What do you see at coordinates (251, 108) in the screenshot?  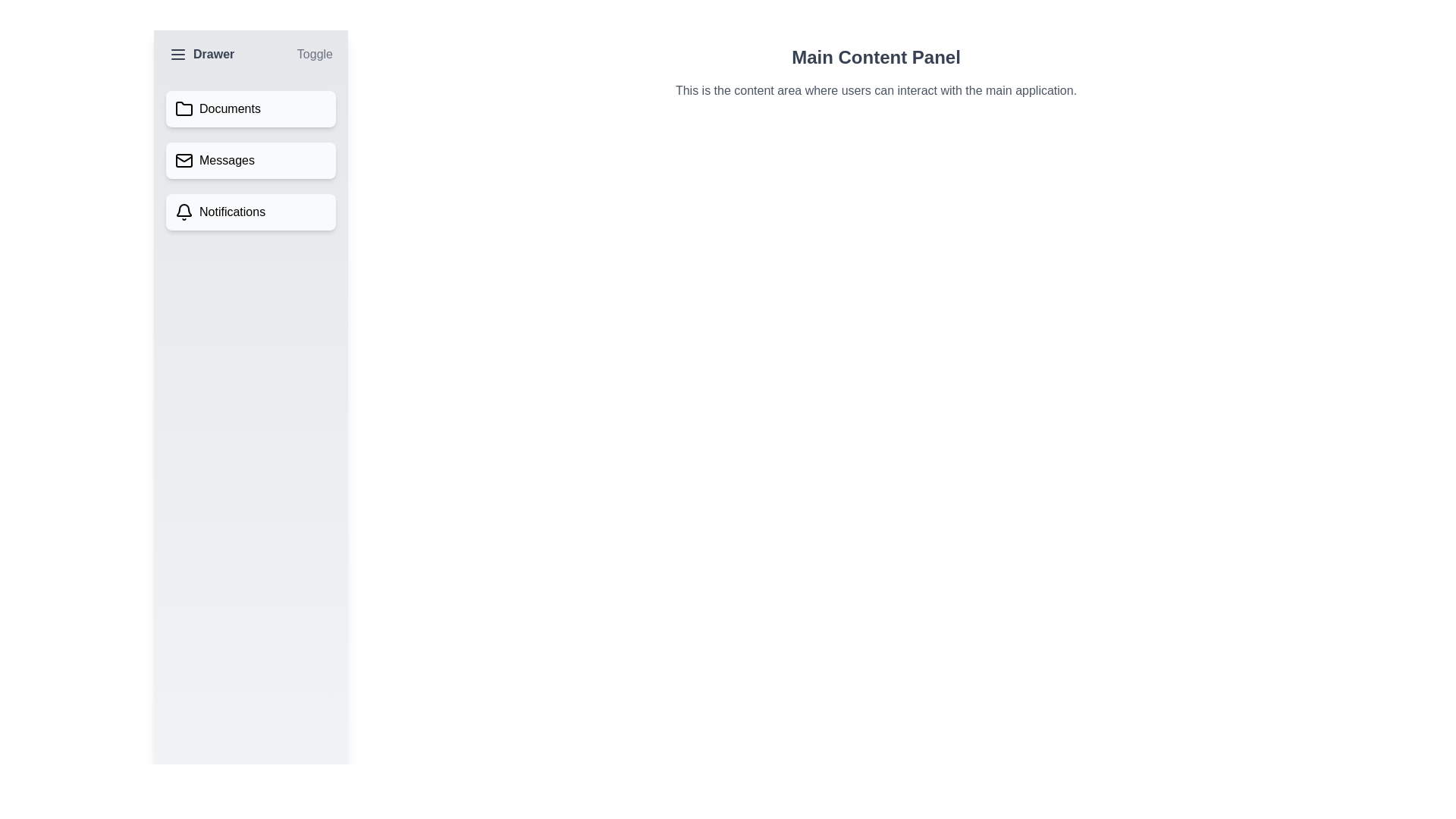 I see `the 'Documents' list item in the sidebar, which is the first item below the 'Drawer' header and features a folder icon with a light gray background` at bounding box center [251, 108].